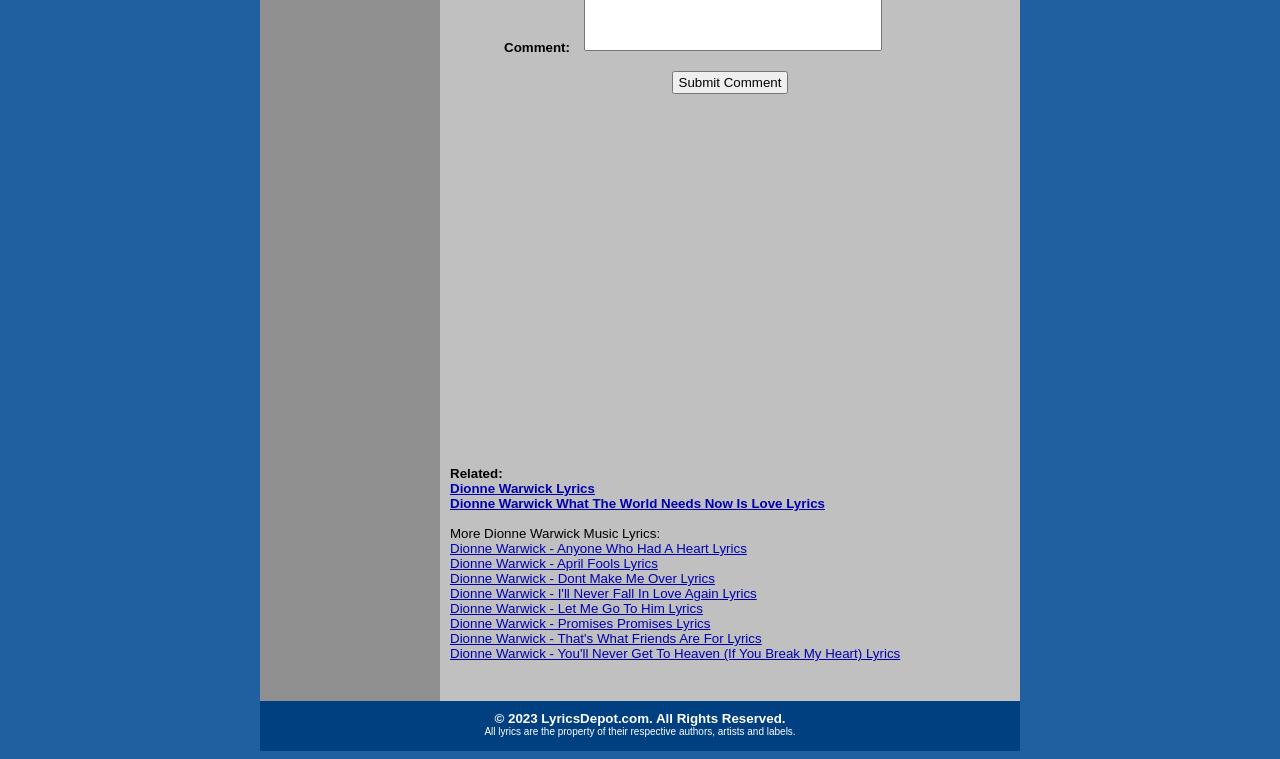 This screenshot has height=759, width=1280. What do you see at coordinates (483, 731) in the screenshot?
I see `'All lyrics are the property of their respective authors, artists and labels.'` at bounding box center [483, 731].